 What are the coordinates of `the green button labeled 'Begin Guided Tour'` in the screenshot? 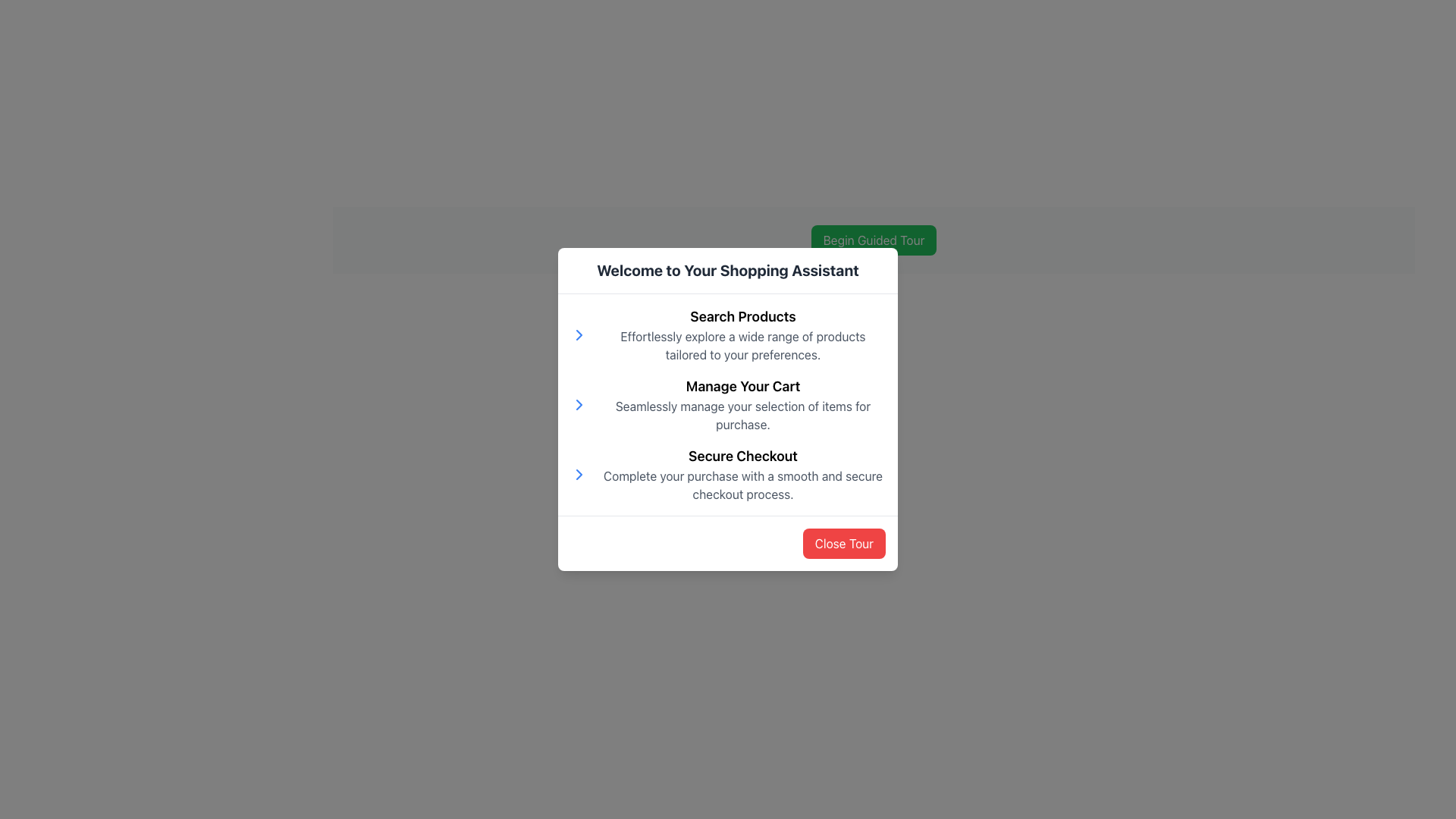 It's located at (874, 239).